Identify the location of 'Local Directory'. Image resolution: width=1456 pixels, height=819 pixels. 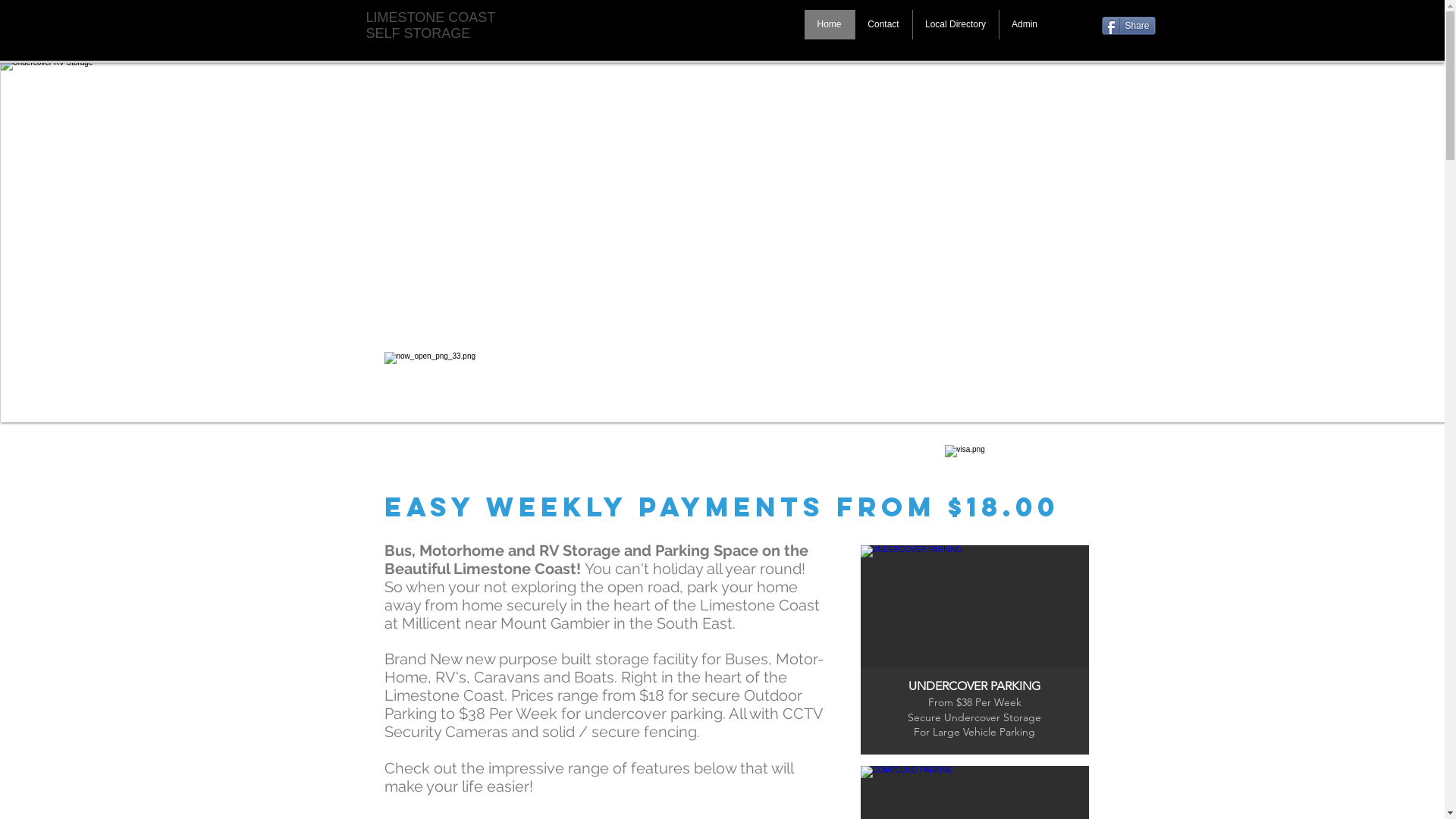
(953, 24).